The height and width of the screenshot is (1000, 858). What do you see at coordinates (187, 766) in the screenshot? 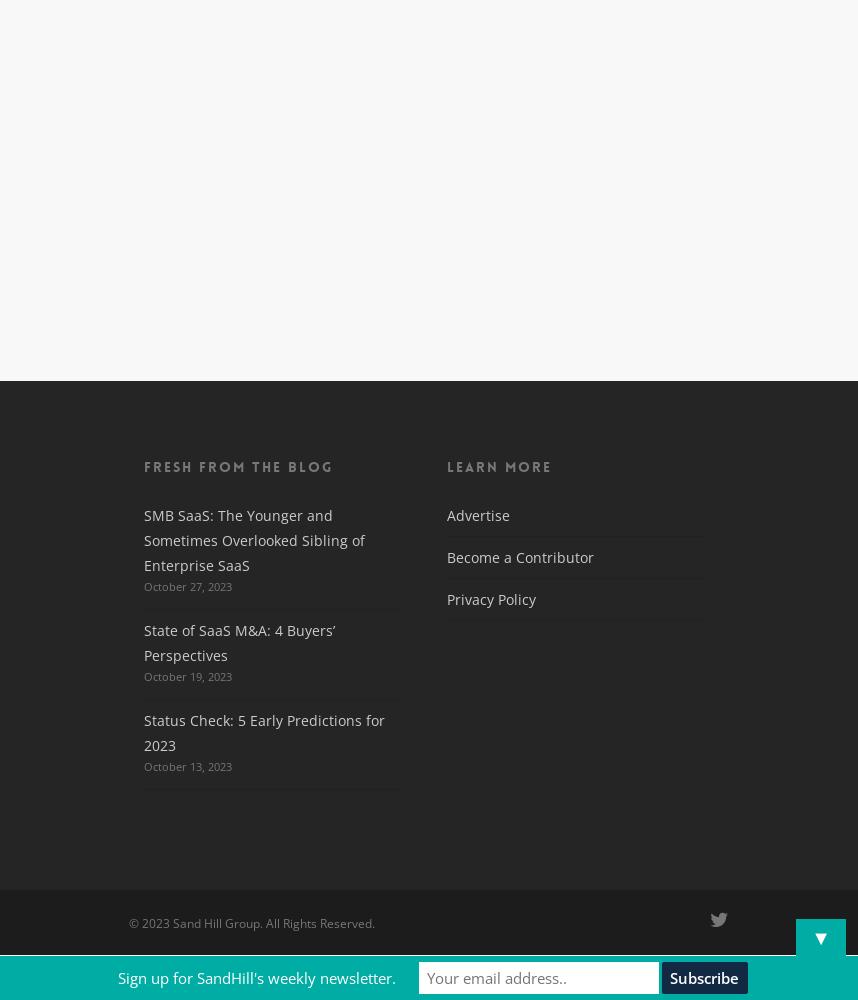
I see `'October 13, 2023'` at bounding box center [187, 766].